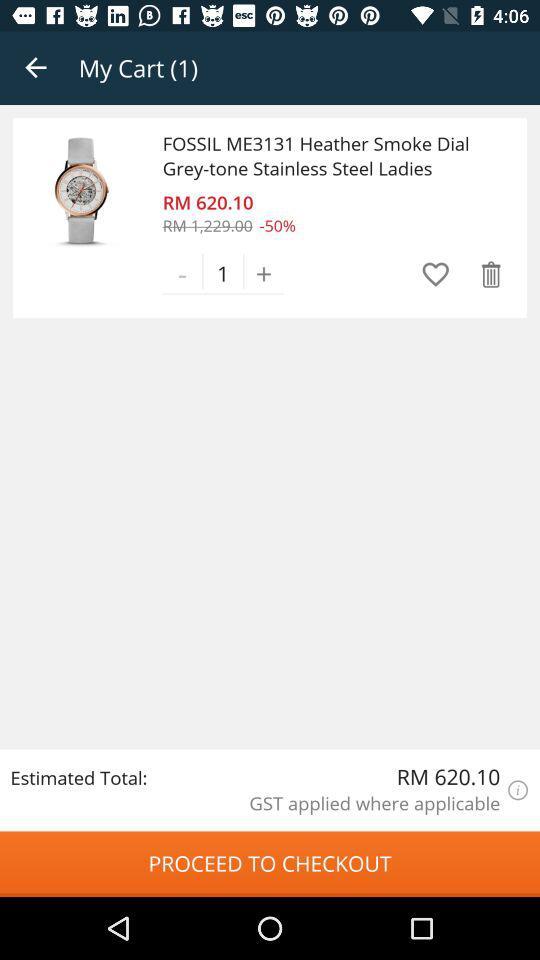 This screenshot has width=540, height=960. I want to click on item above the estimated total: icon, so click(81, 190).